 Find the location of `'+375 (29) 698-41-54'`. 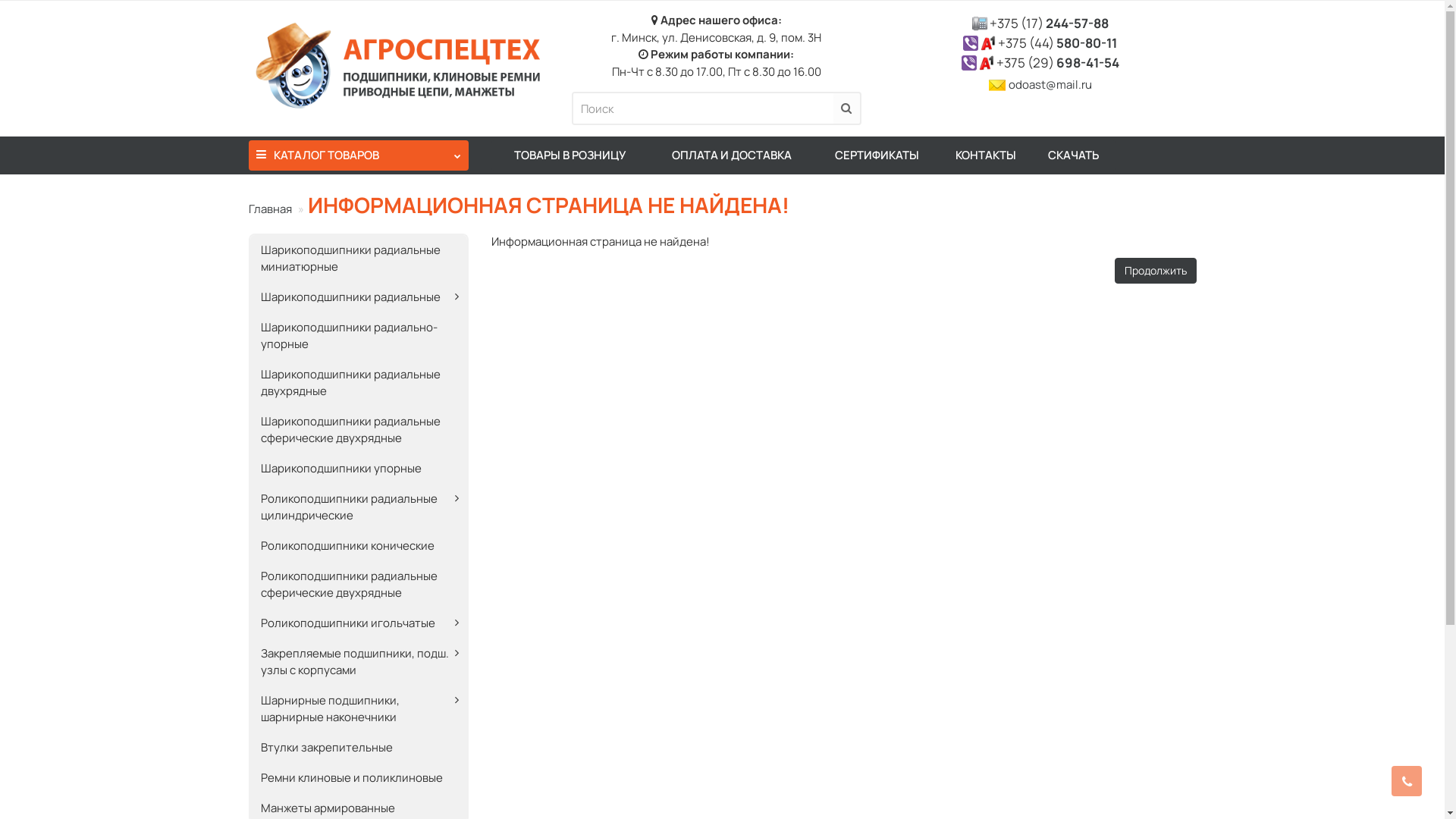

'+375 (29) 698-41-54' is located at coordinates (1057, 61).